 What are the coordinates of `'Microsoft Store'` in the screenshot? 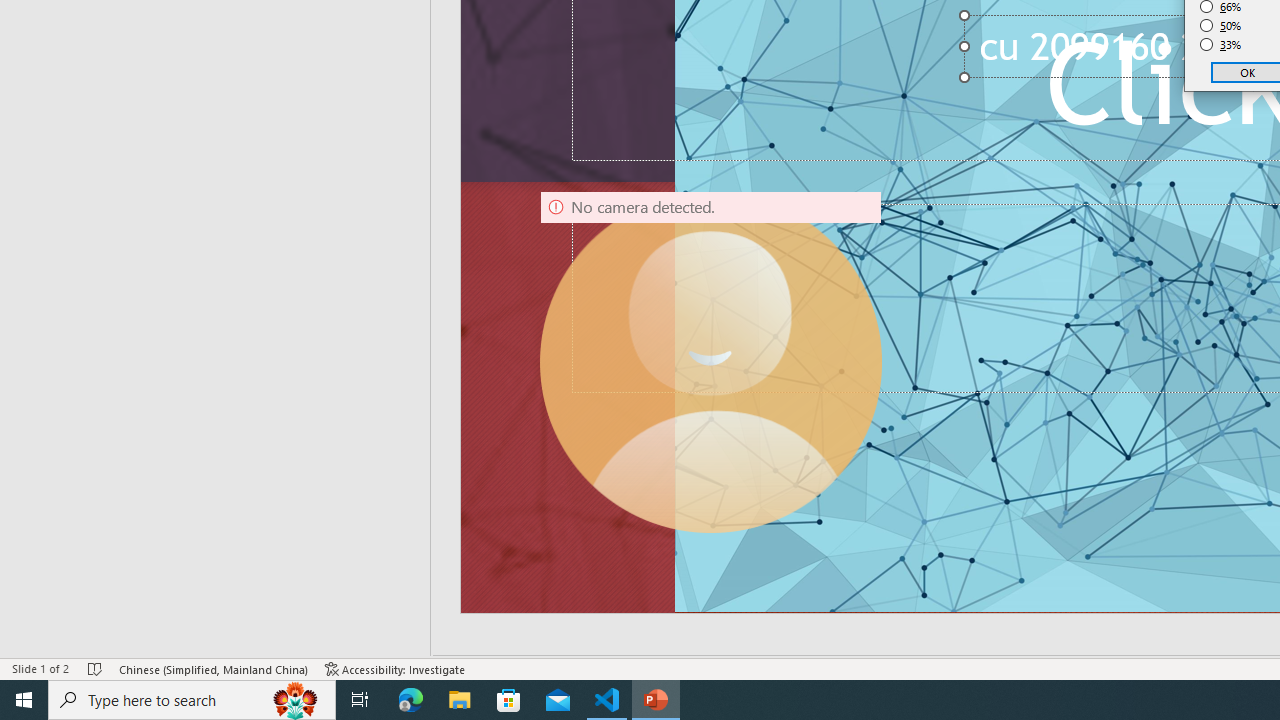 It's located at (509, 698).